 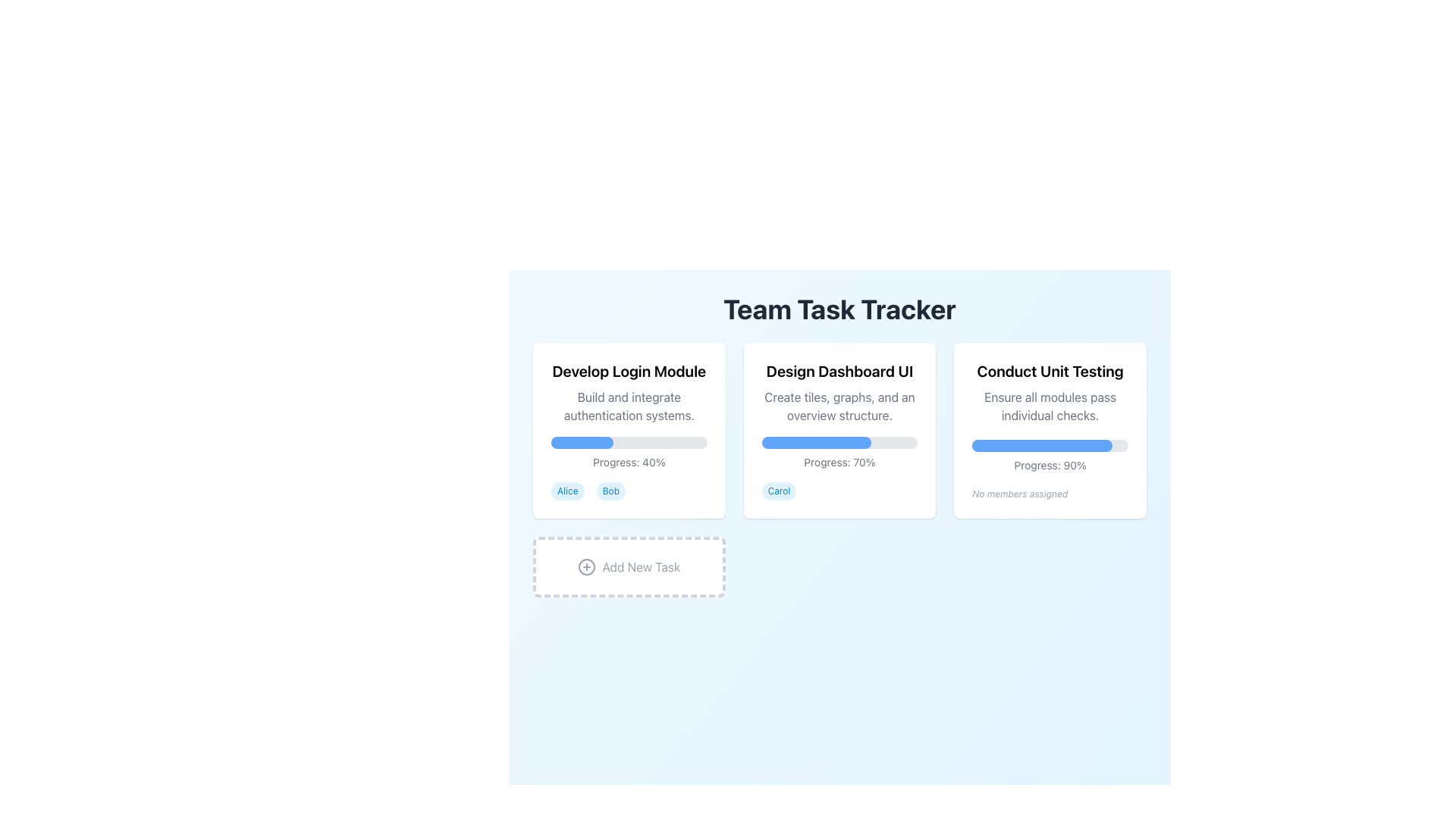 I want to click on the non-interactive text label indicating that no members have been assigned to the related task, located at the bottom of the 'Conduct Unit Testing' card, so click(x=1050, y=494).